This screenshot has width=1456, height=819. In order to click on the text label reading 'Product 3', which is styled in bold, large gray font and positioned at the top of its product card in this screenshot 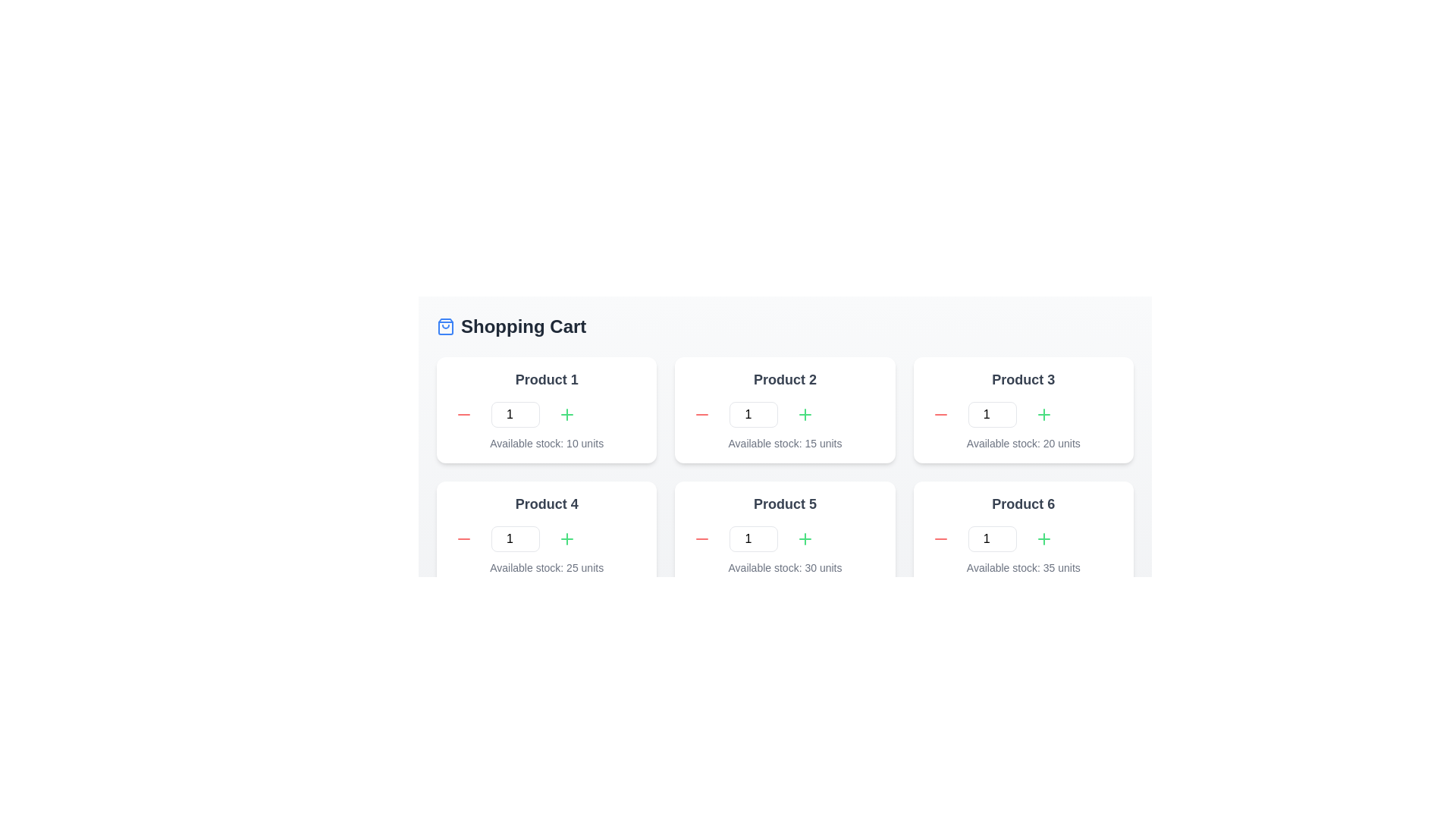, I will do `click(1023, 379)`.